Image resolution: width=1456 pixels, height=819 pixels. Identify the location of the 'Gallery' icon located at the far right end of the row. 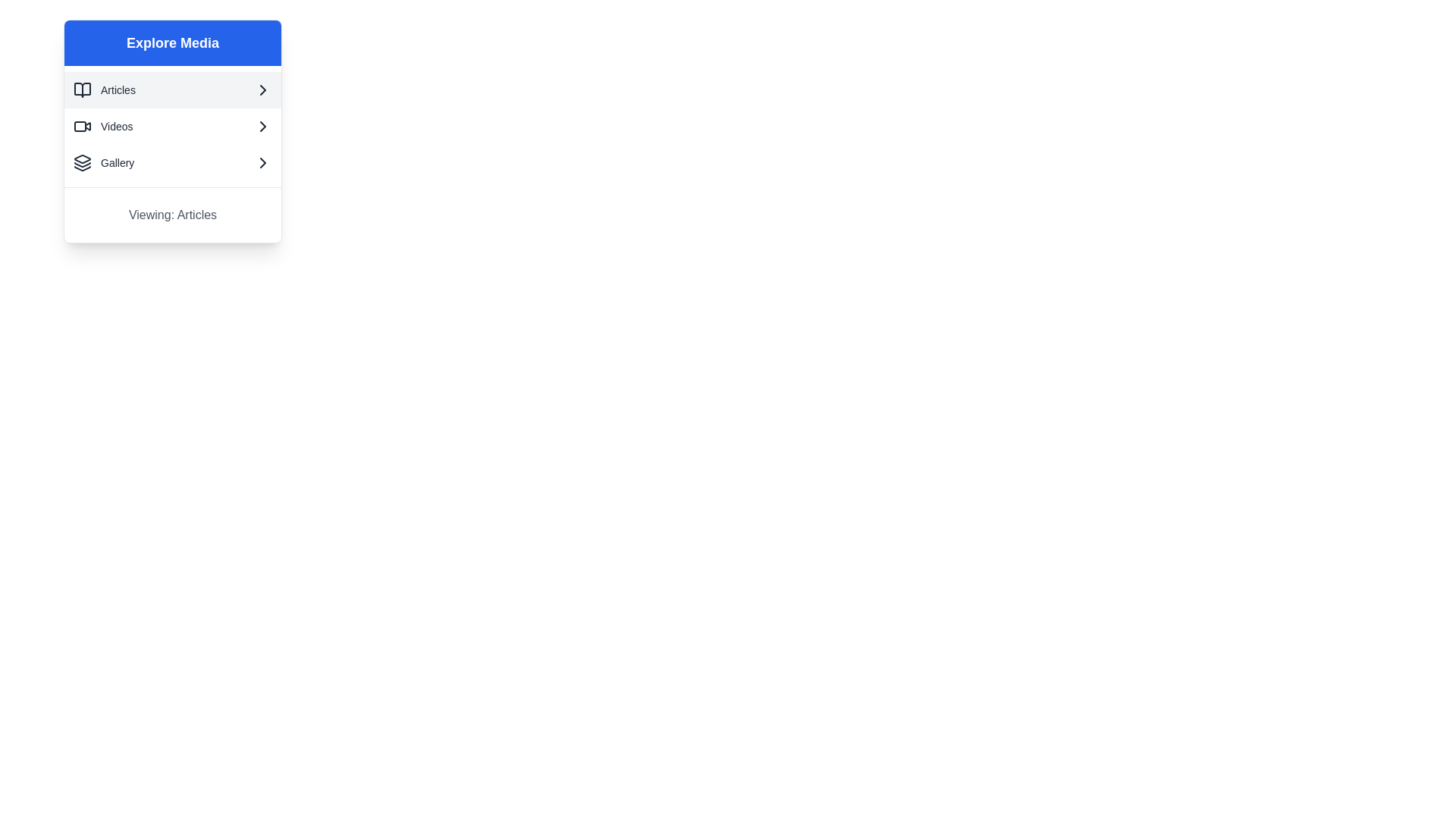
(262, 163).